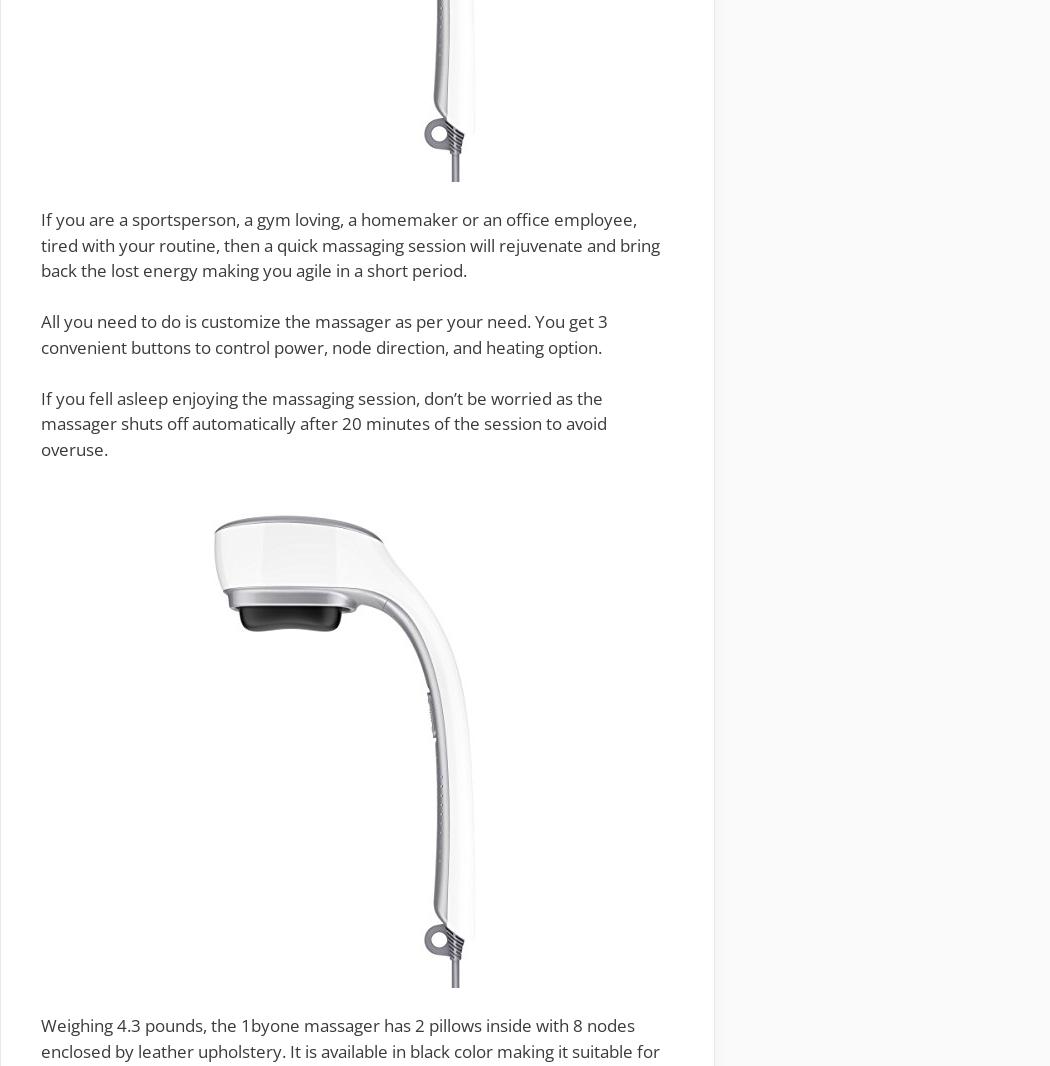 The height and width of the screenshot is (1066, 1050). What do you see at coordinates (207, 423) in the screenshot?
I see `'shuts off automatically'` at bounding box center [207, 423].